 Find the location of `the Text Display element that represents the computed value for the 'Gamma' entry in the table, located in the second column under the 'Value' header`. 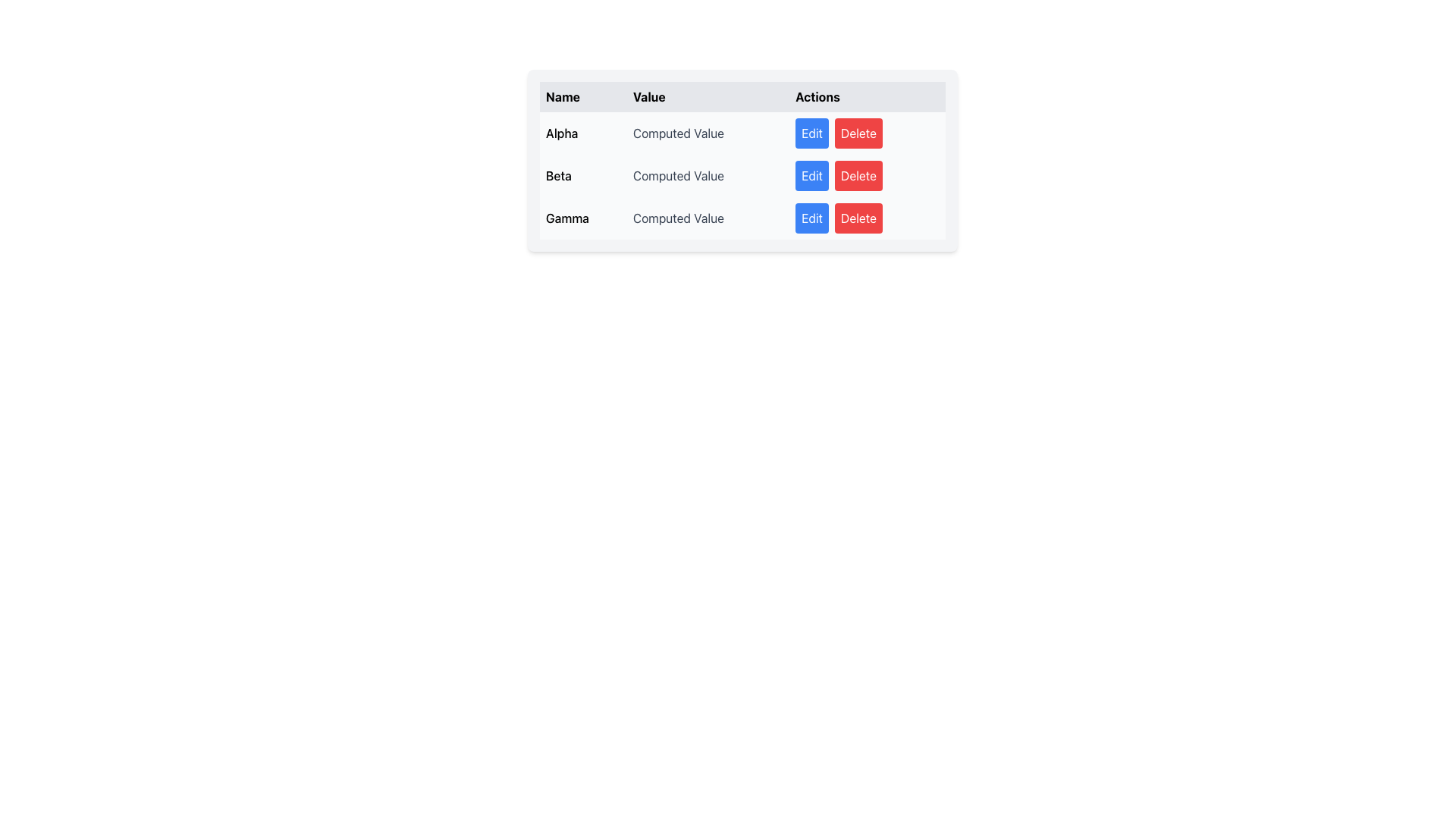

the Text Display element that represents the computed value for the 'Gamma' entry in the table, located in the second column under the 'Value' header is located at coordinates (708, 218).